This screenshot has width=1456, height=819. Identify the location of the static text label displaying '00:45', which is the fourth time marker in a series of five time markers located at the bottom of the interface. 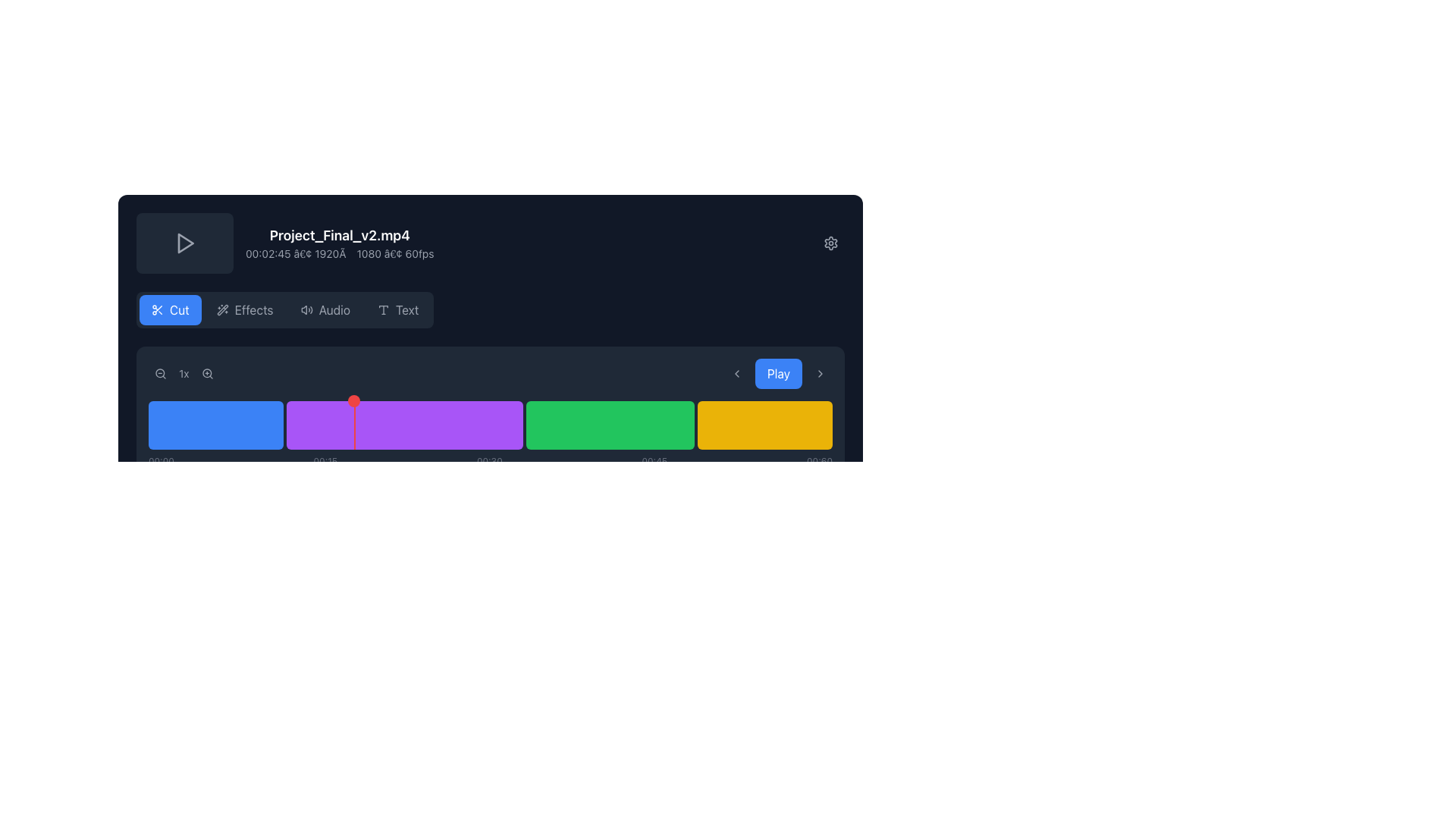
(654, 461).